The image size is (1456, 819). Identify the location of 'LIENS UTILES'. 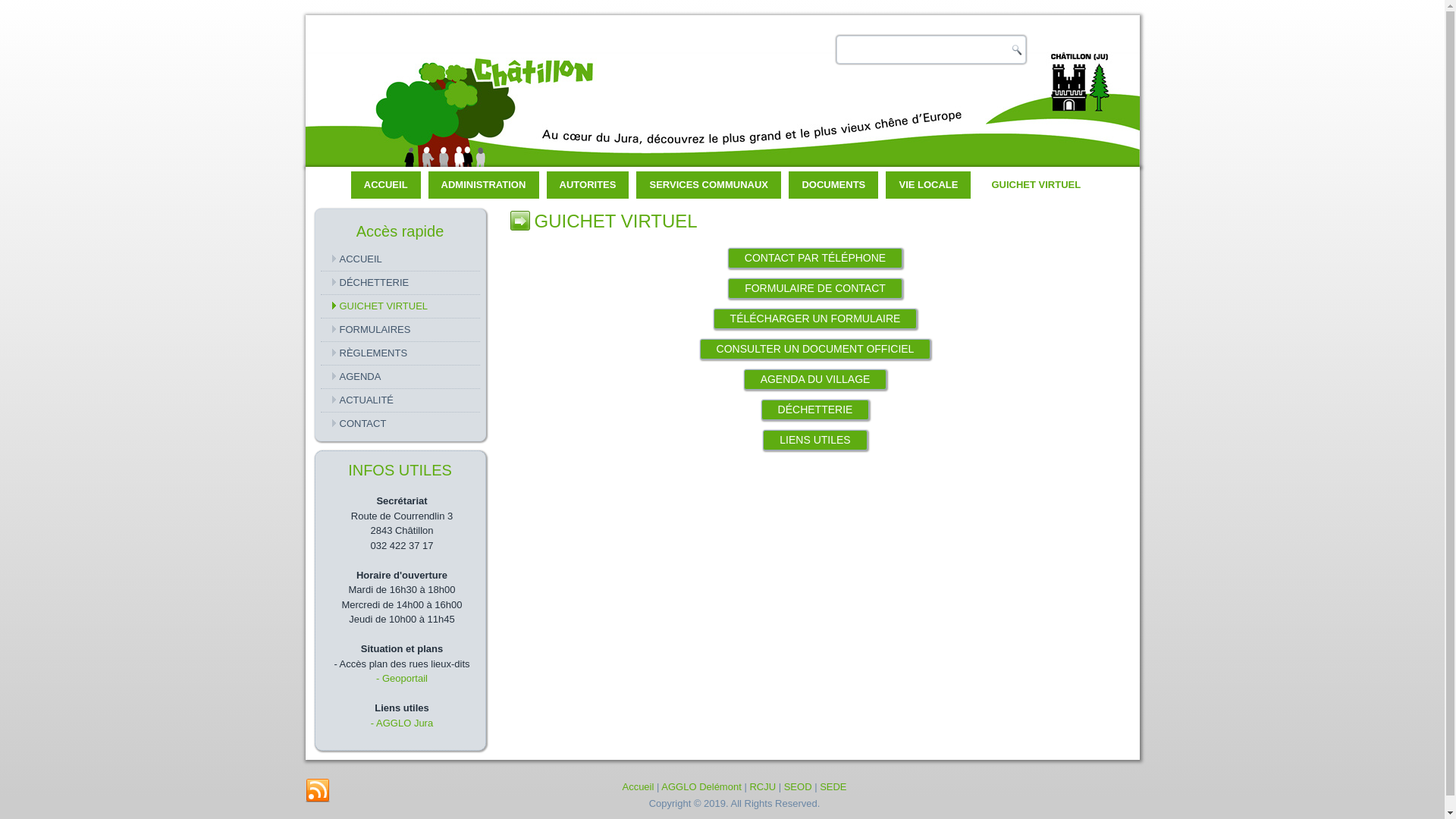
(814, 440).